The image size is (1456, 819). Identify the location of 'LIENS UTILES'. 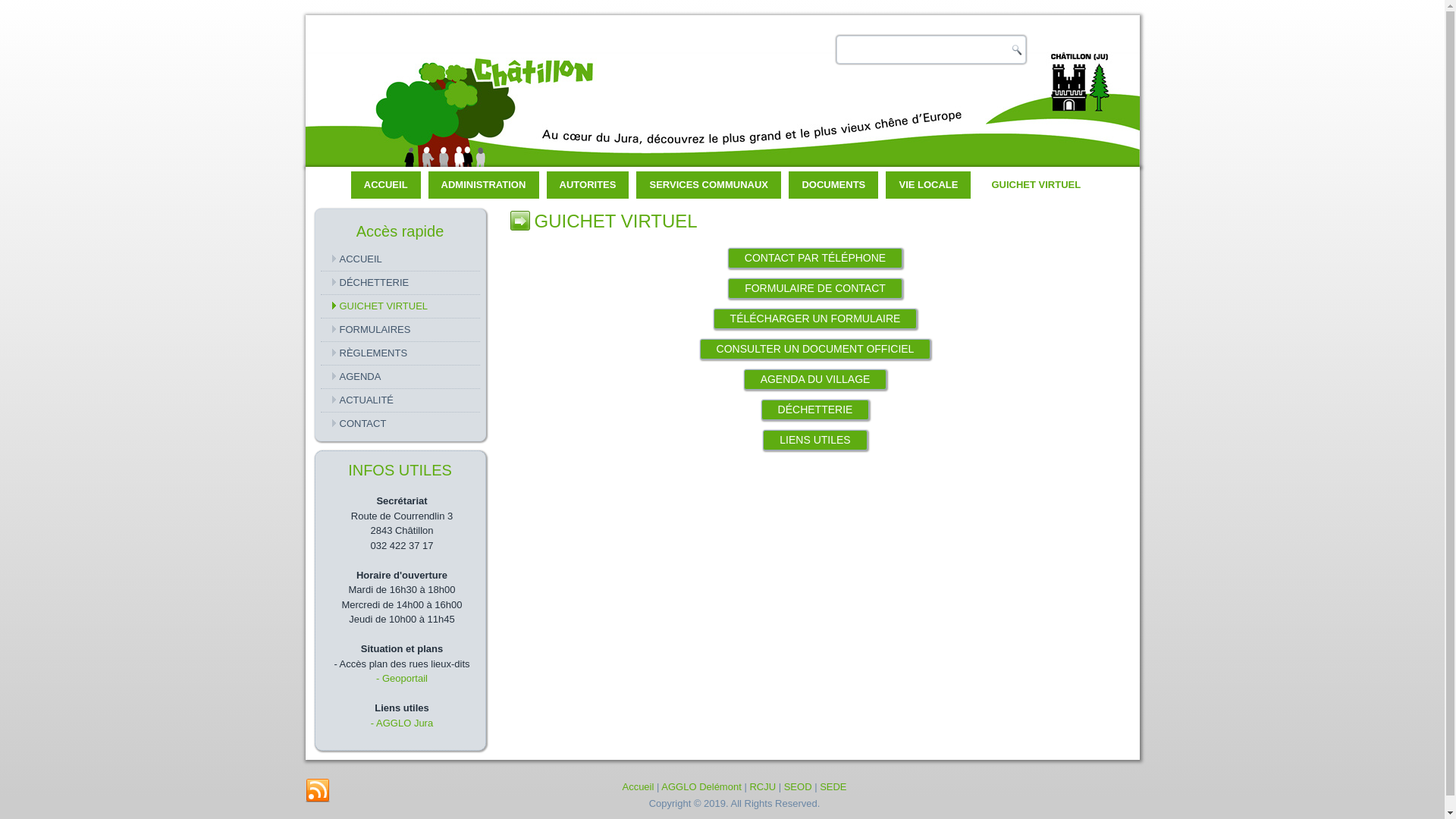
(814, 440).